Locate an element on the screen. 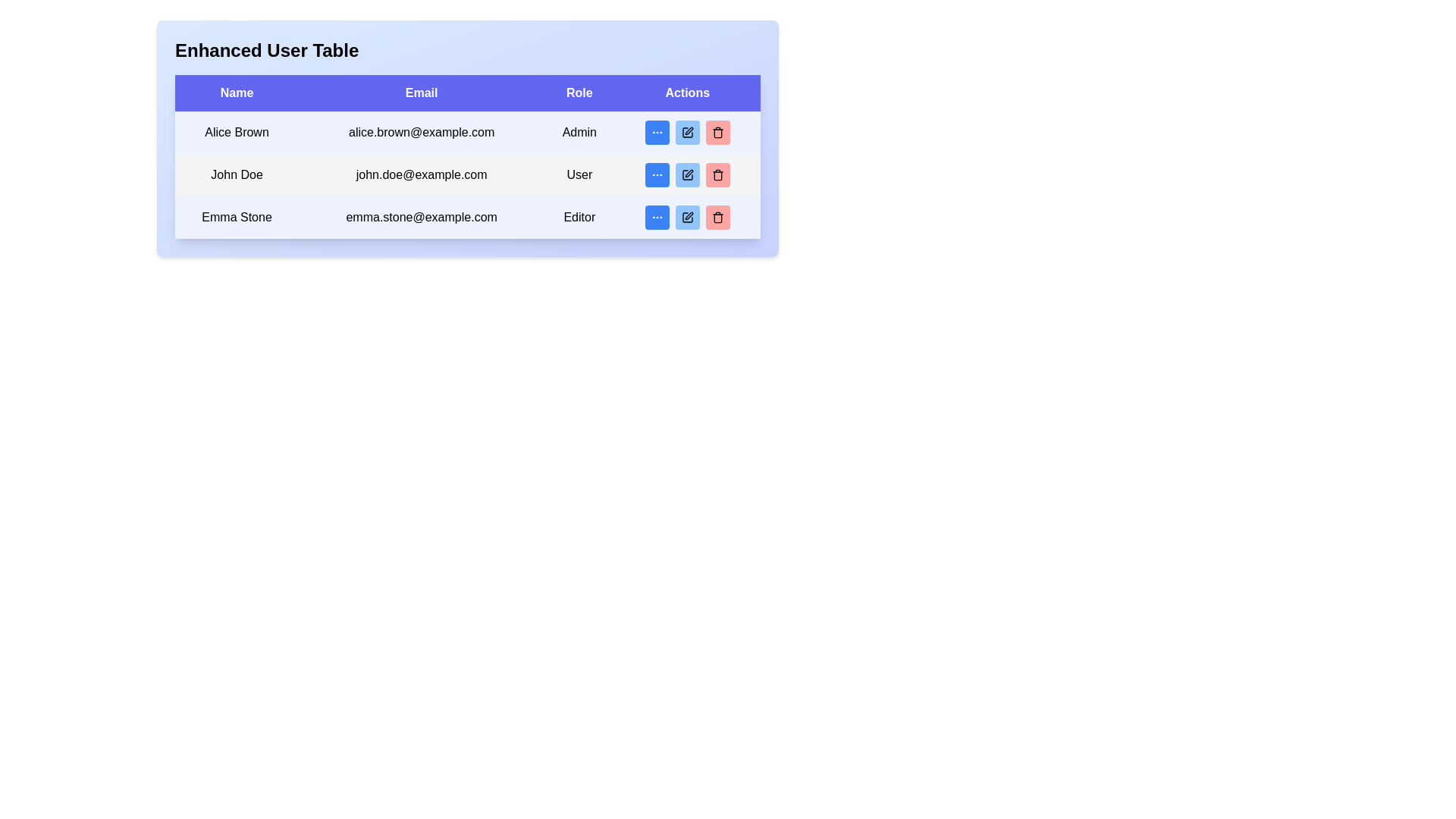 The height and width of the screenshot is (819, 1456). the pen-shaped icon button with a black outline located in the third row of the table, to the left of the trash bin icon is located at coordinates (686, 217).